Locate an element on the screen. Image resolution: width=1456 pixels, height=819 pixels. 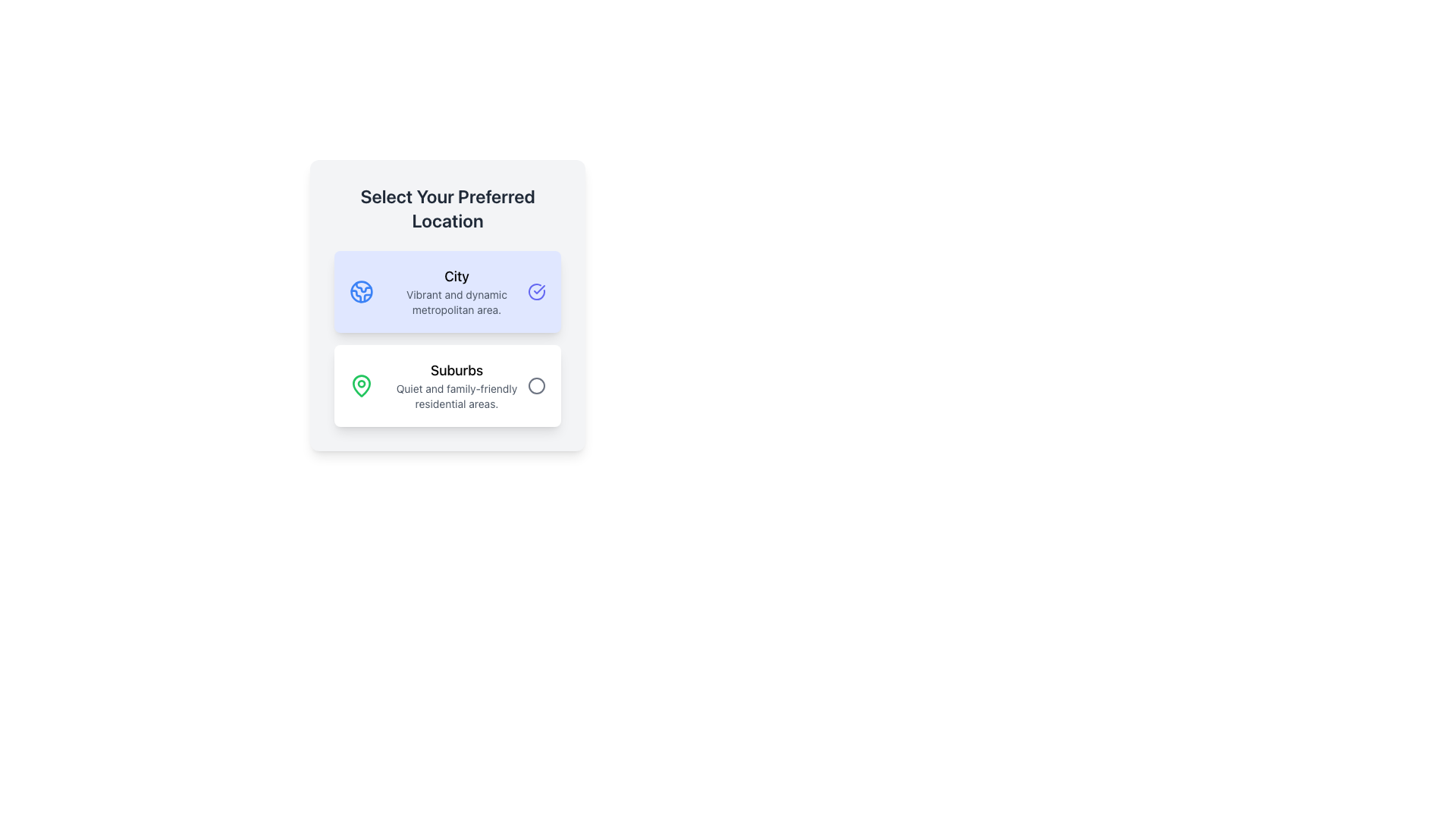
the SVG Circle Element that visually represents the globe icon for the 'City' selection option is located at coordinates (360, 292).